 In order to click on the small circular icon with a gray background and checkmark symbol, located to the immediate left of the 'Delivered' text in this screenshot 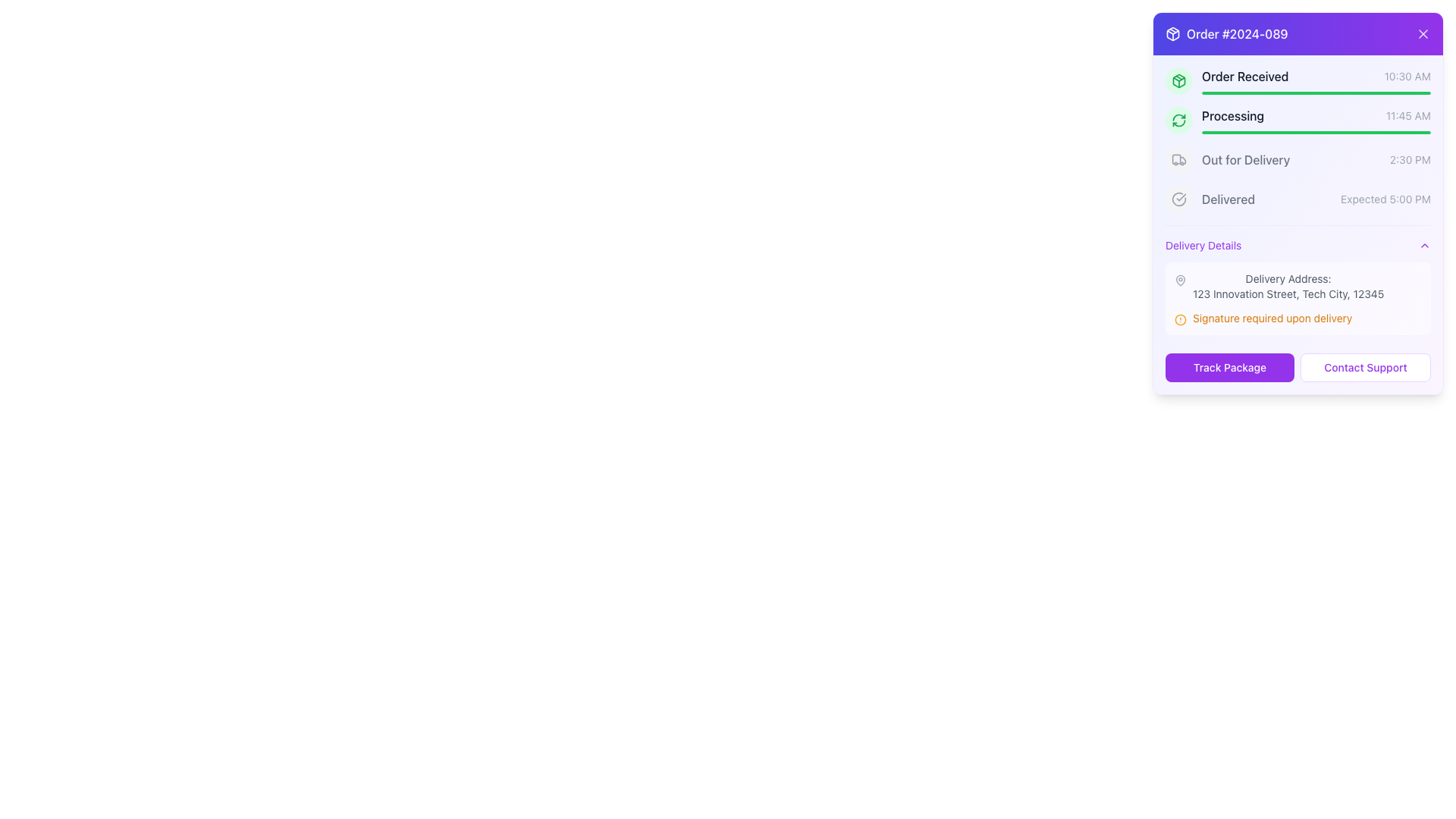, I will do `click(1178, 198)`.